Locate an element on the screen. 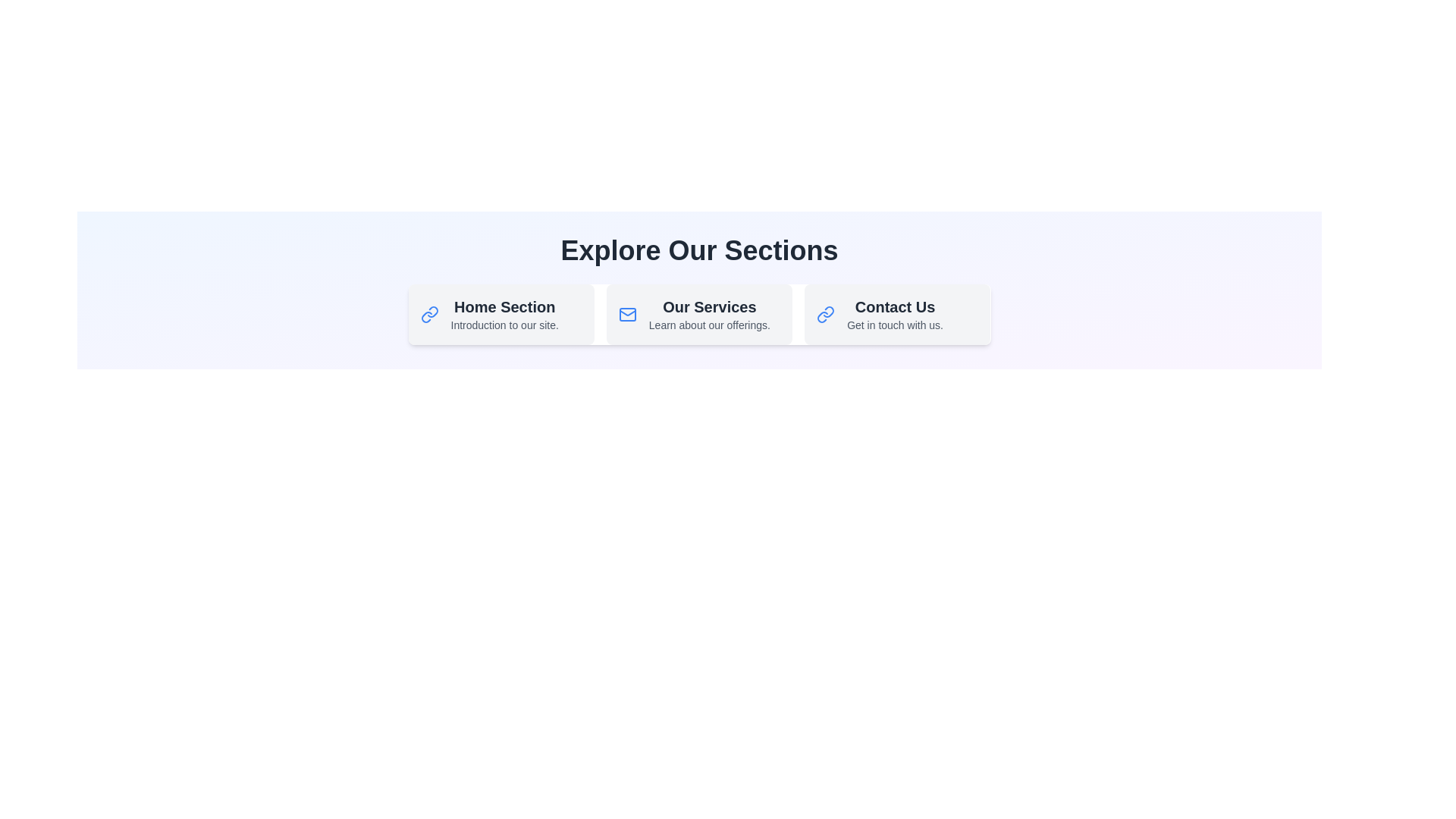  the 'Our Services' text in the center of the UI section is located at coordinates (708, 314).